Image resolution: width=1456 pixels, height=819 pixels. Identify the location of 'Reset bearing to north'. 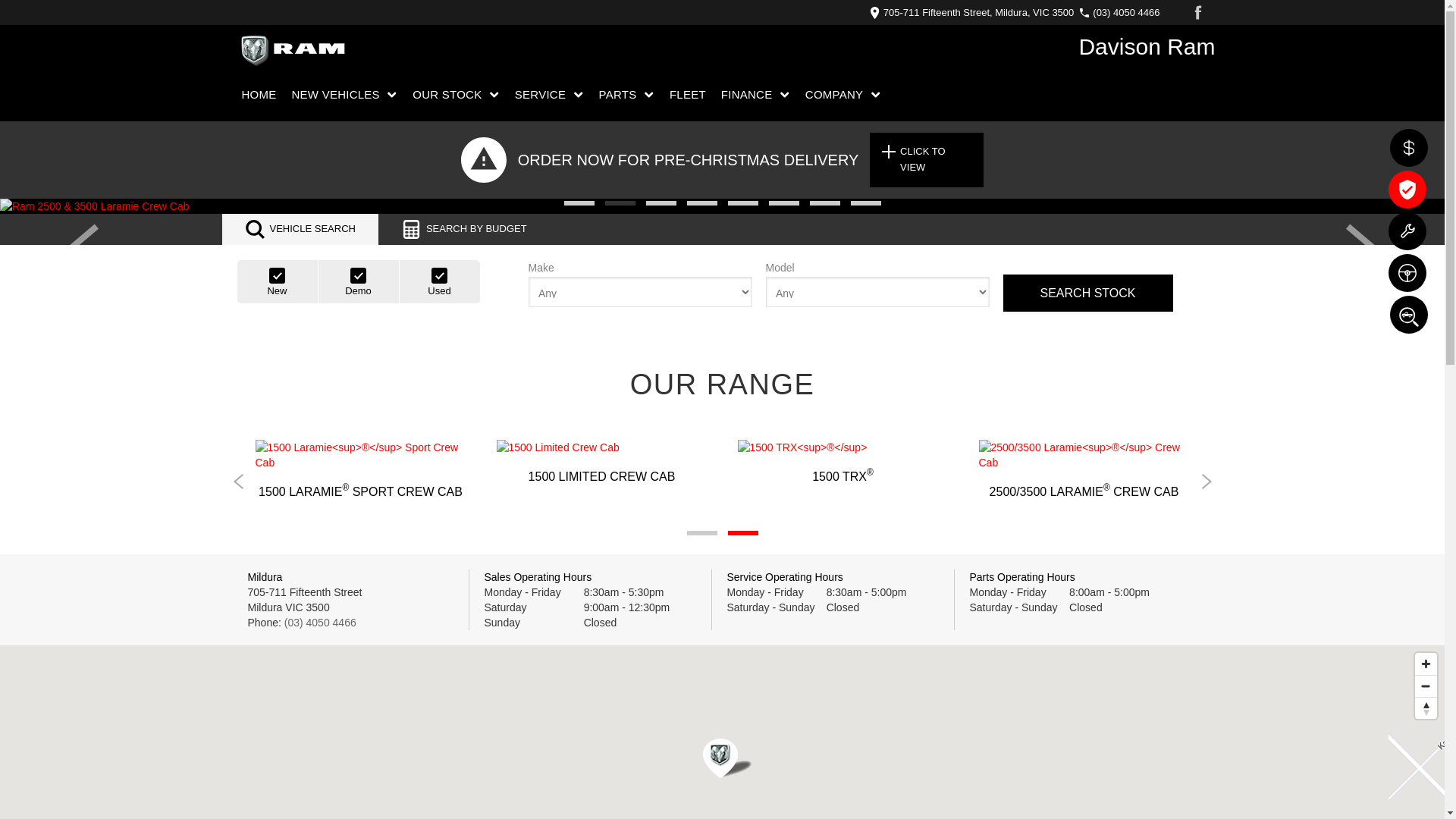
(1425, 708).